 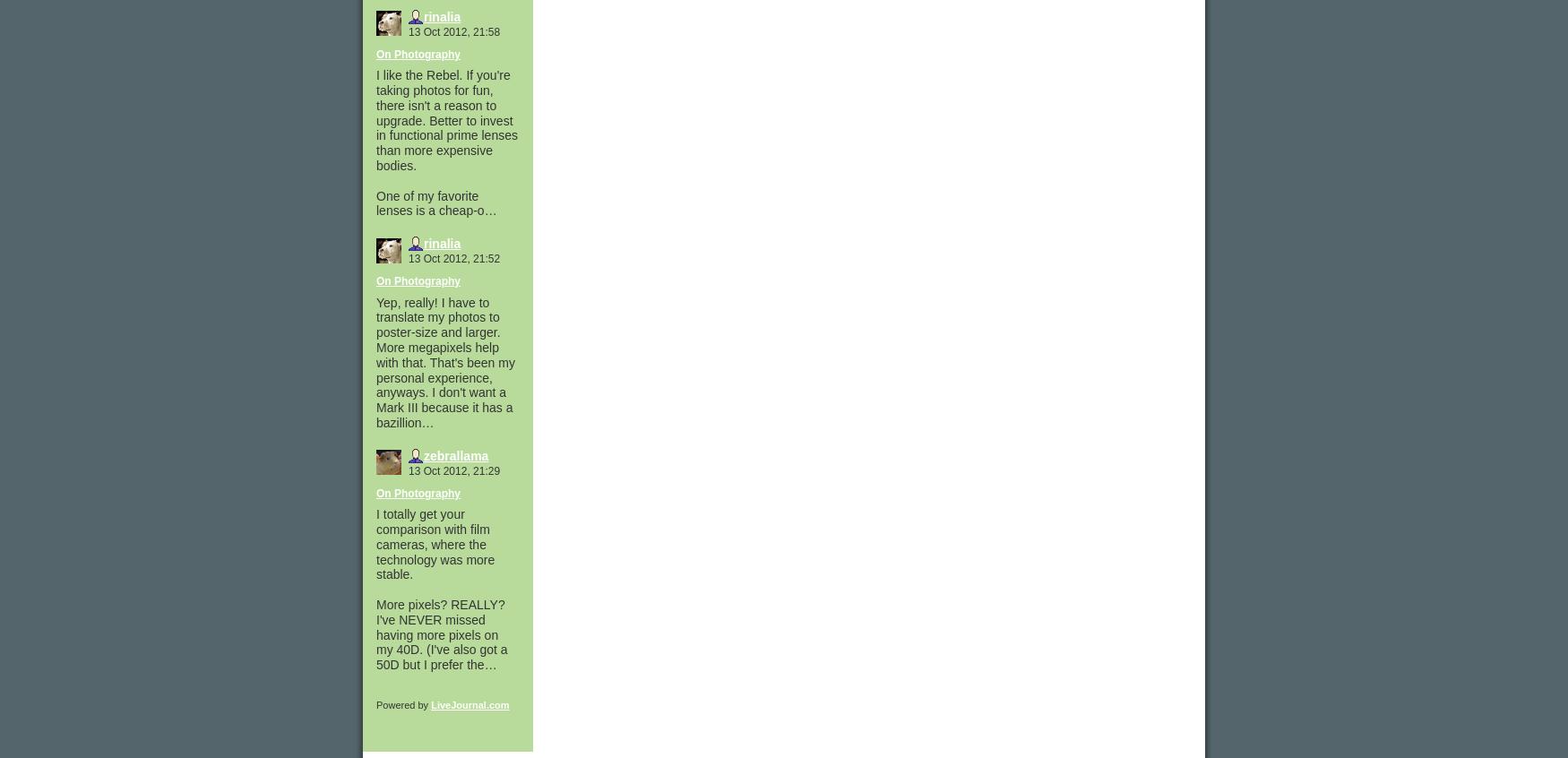 What do you see at coordinates (375, 202) in the screenshot?
I see `'One of my favorite lenses is a cheap-o…'` at bounding box center [375, 202].